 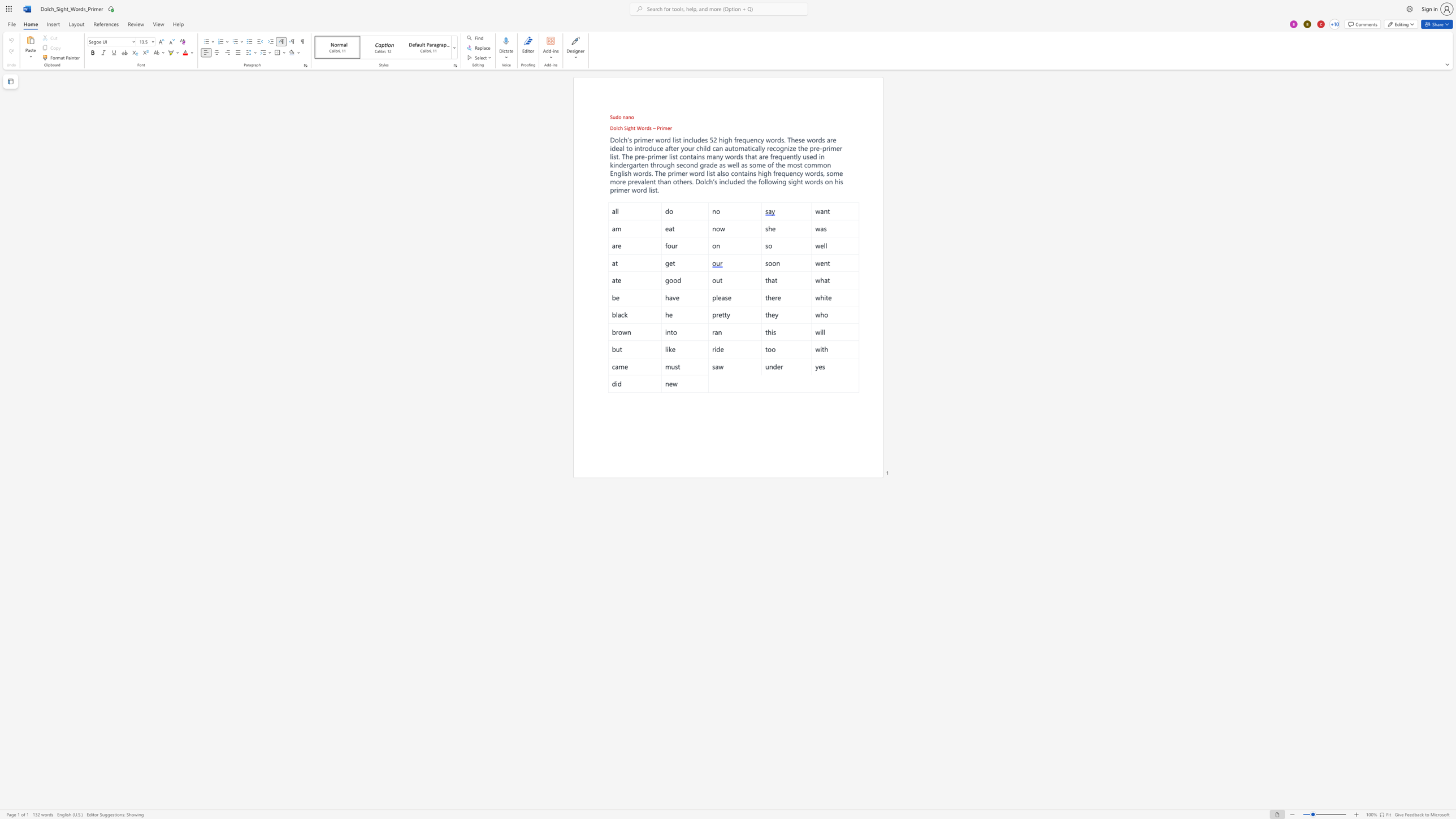 What do you see at coordinates (630, 128) in the screenshot?
I see `the space between the continuous character "g" and "h" in the text` at bounding box center [630, 128].